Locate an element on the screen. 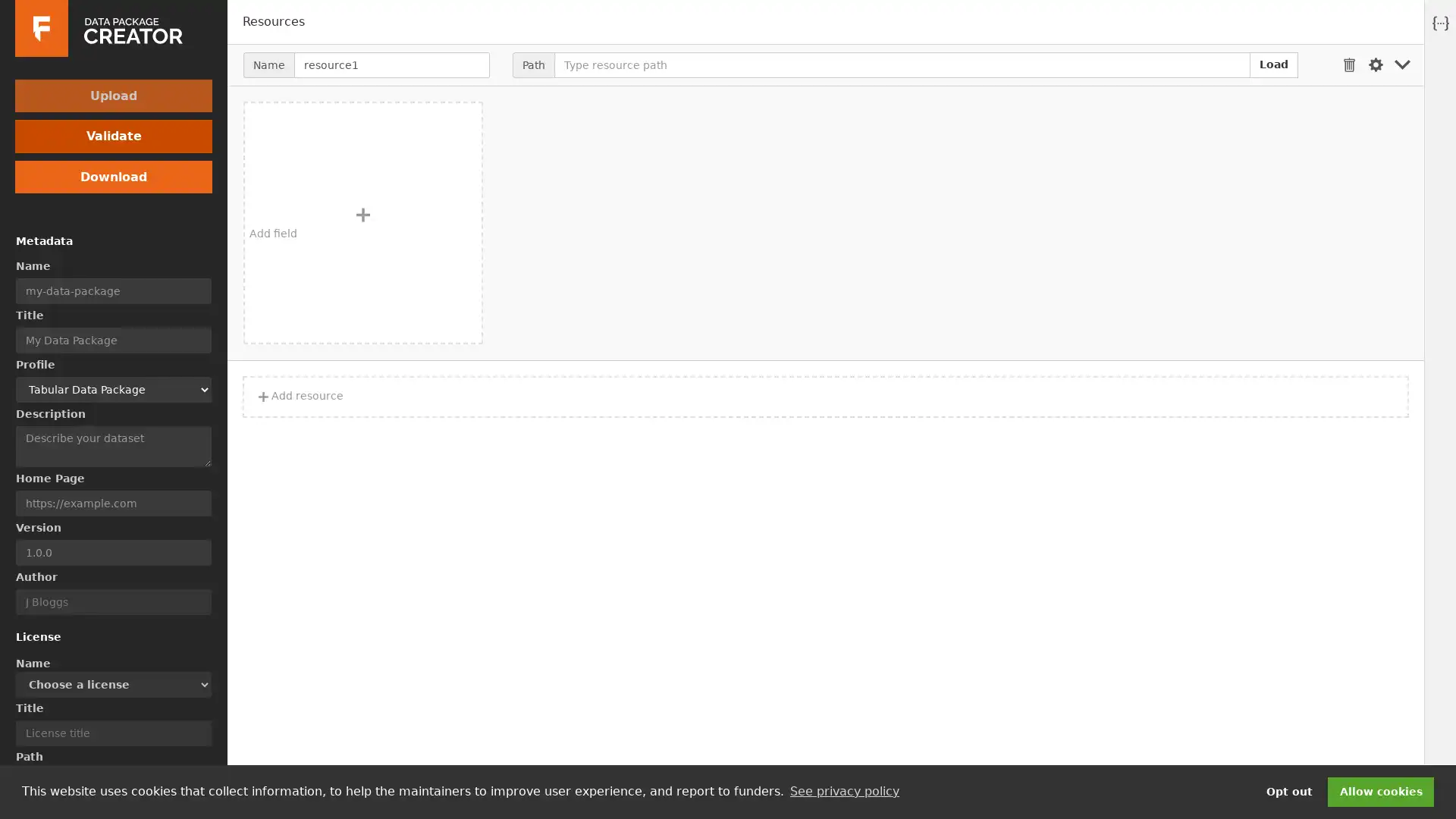  Add field is located at coordinates (362, 222).